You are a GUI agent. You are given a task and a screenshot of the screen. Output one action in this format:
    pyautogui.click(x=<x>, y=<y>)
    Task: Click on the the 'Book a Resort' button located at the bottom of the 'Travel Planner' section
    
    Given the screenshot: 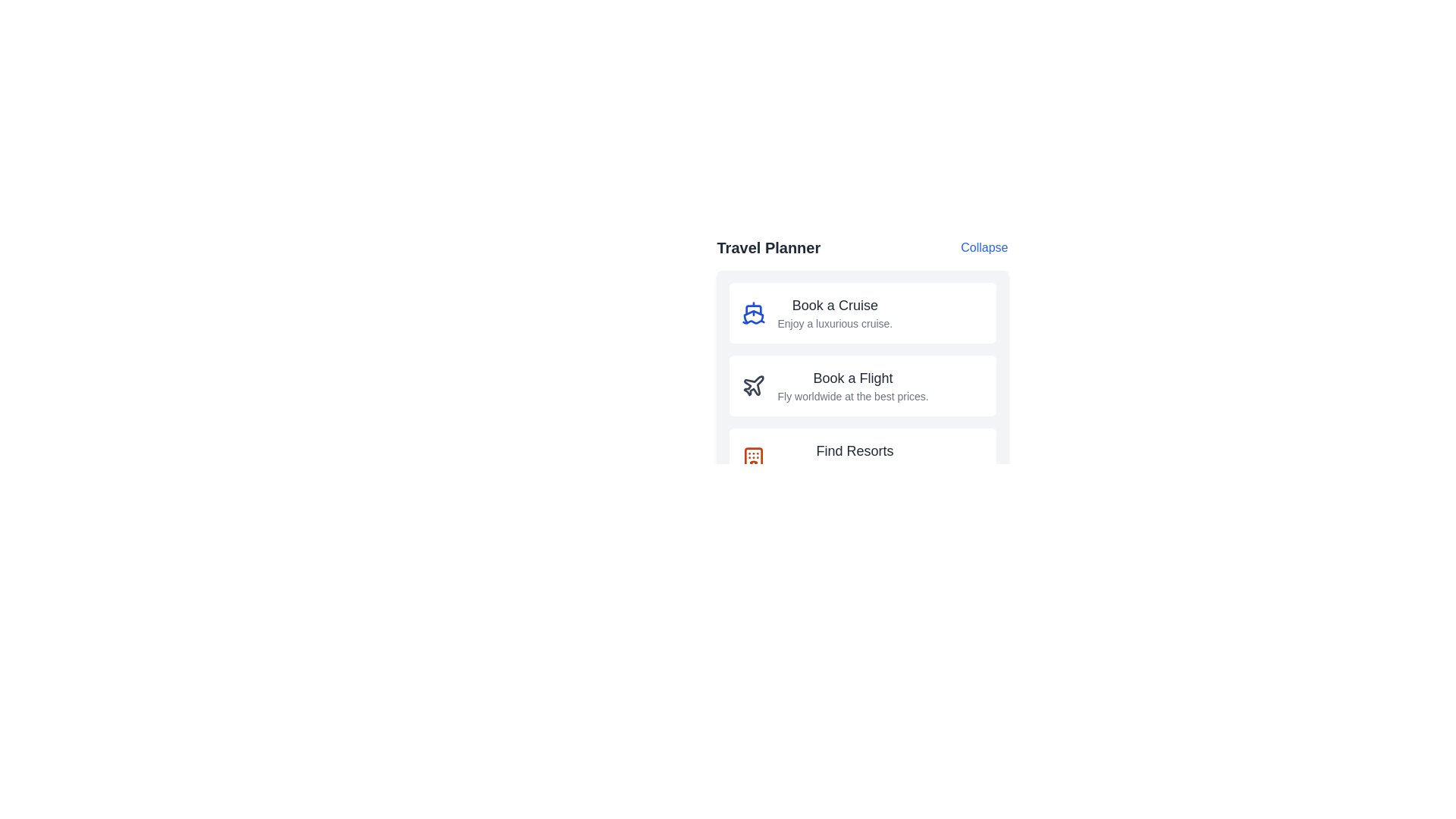 What is the action you would take?
    pyautogui.click(x=862, y=458)
    